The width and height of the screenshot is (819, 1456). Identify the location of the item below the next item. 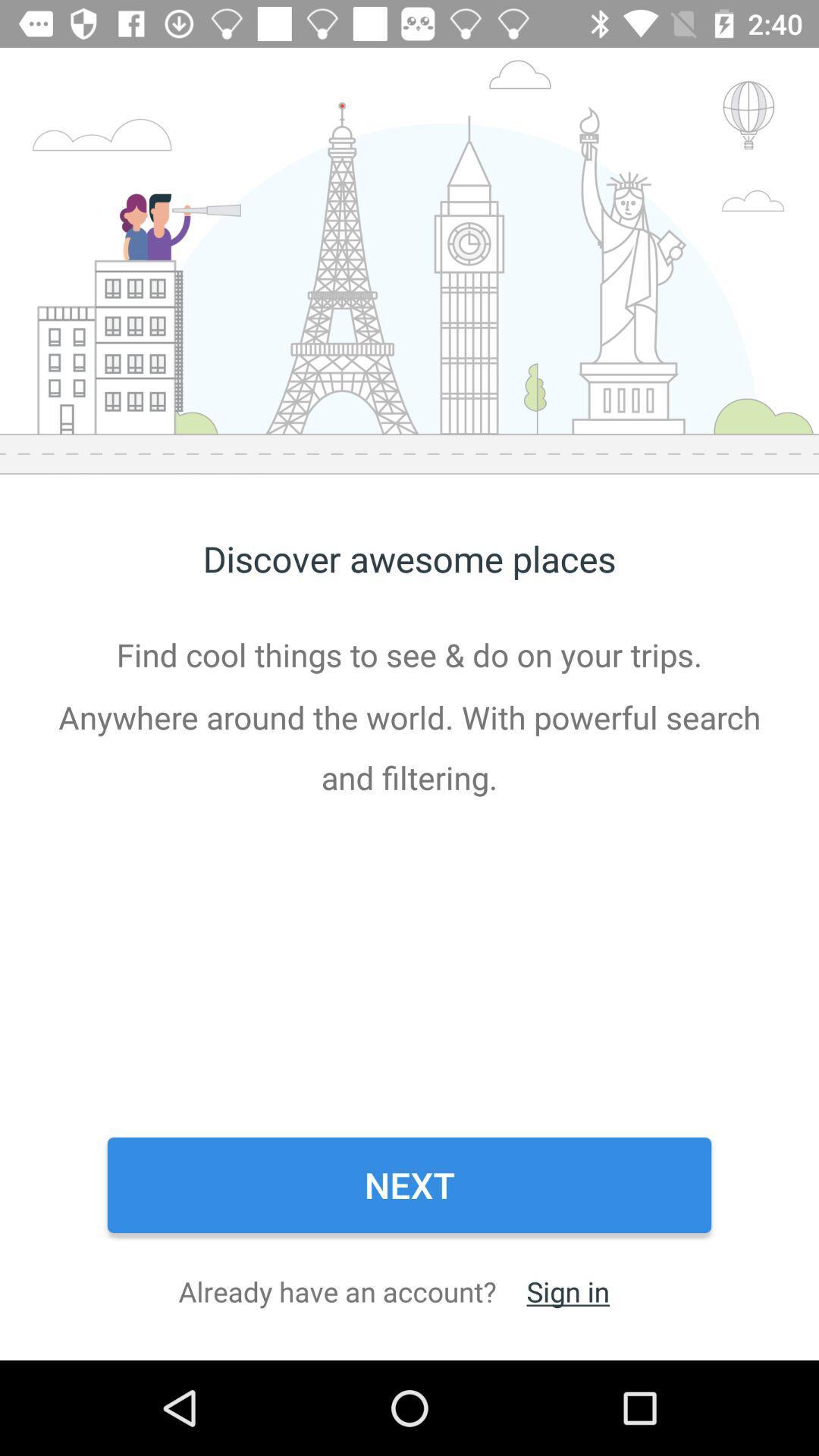
(568, 1291).